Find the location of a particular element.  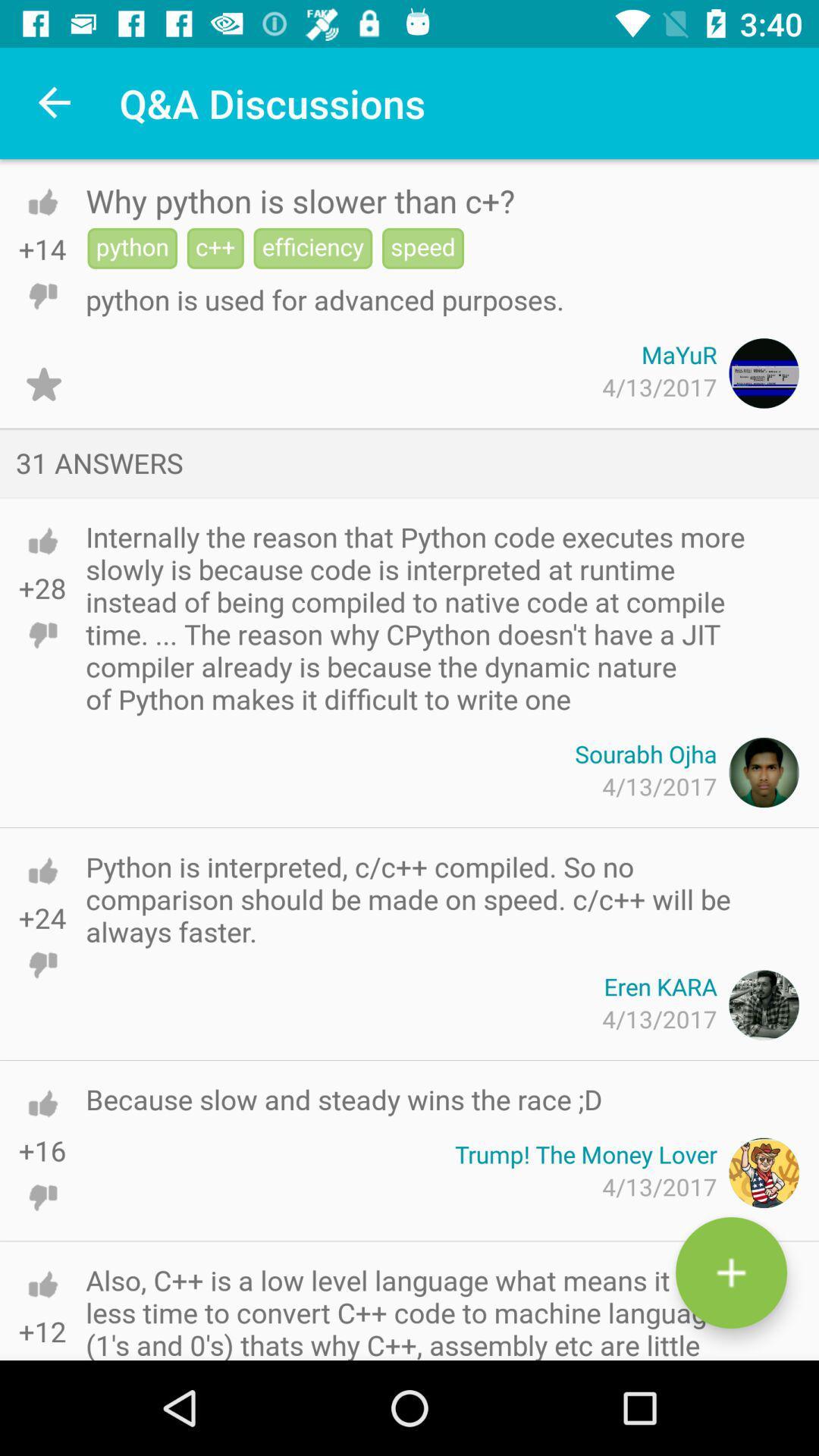

he can activate the simple voice command is located at coordinates (730, 1272).